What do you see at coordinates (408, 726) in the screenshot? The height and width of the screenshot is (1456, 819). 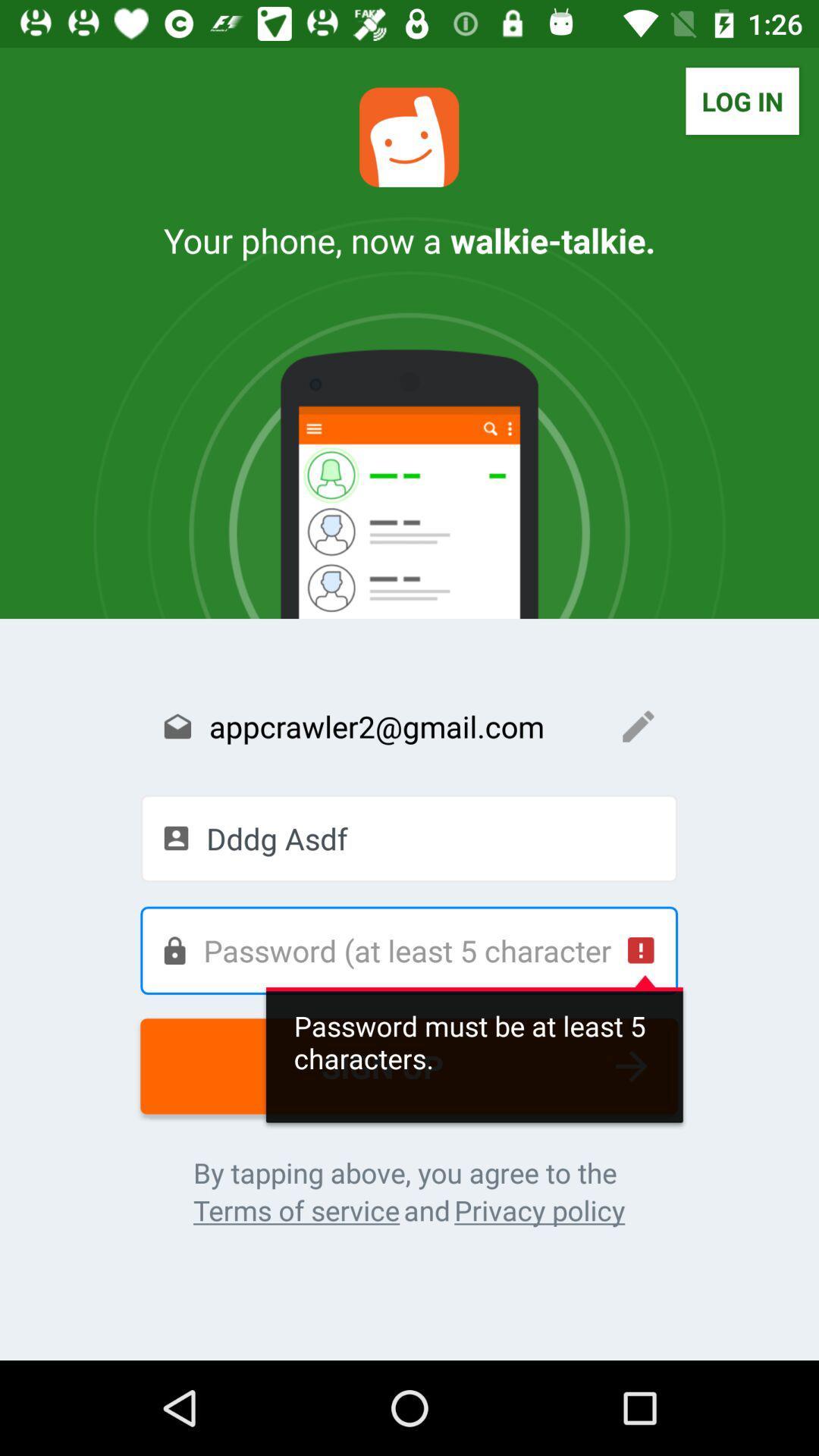 I see `the text field appcrawler2gmailcom` at bounding box center [408, 726].